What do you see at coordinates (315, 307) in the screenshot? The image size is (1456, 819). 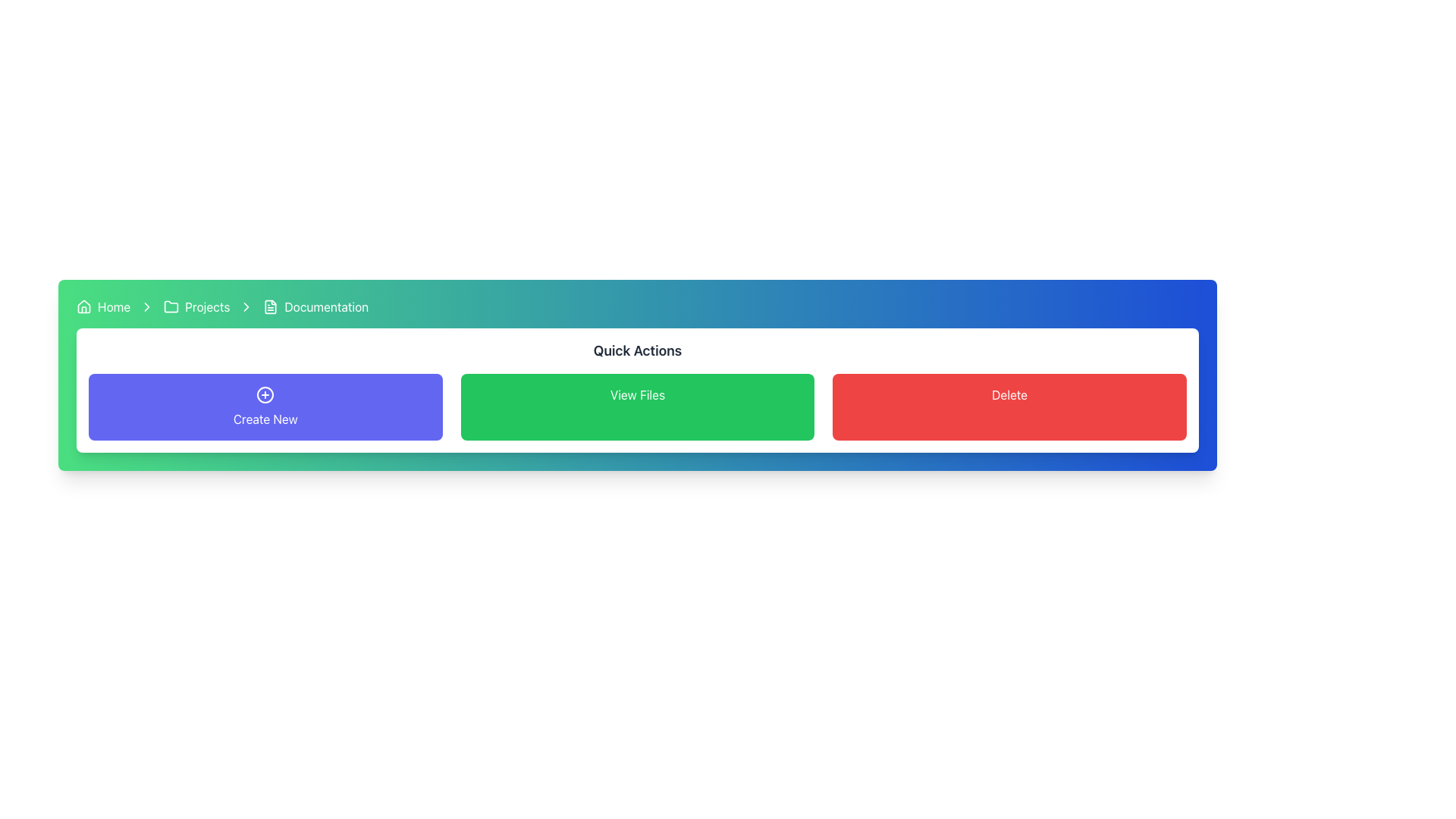 I see `the third breadcrumb item labeled 'Documentation'` at bounding box center [315, 307].